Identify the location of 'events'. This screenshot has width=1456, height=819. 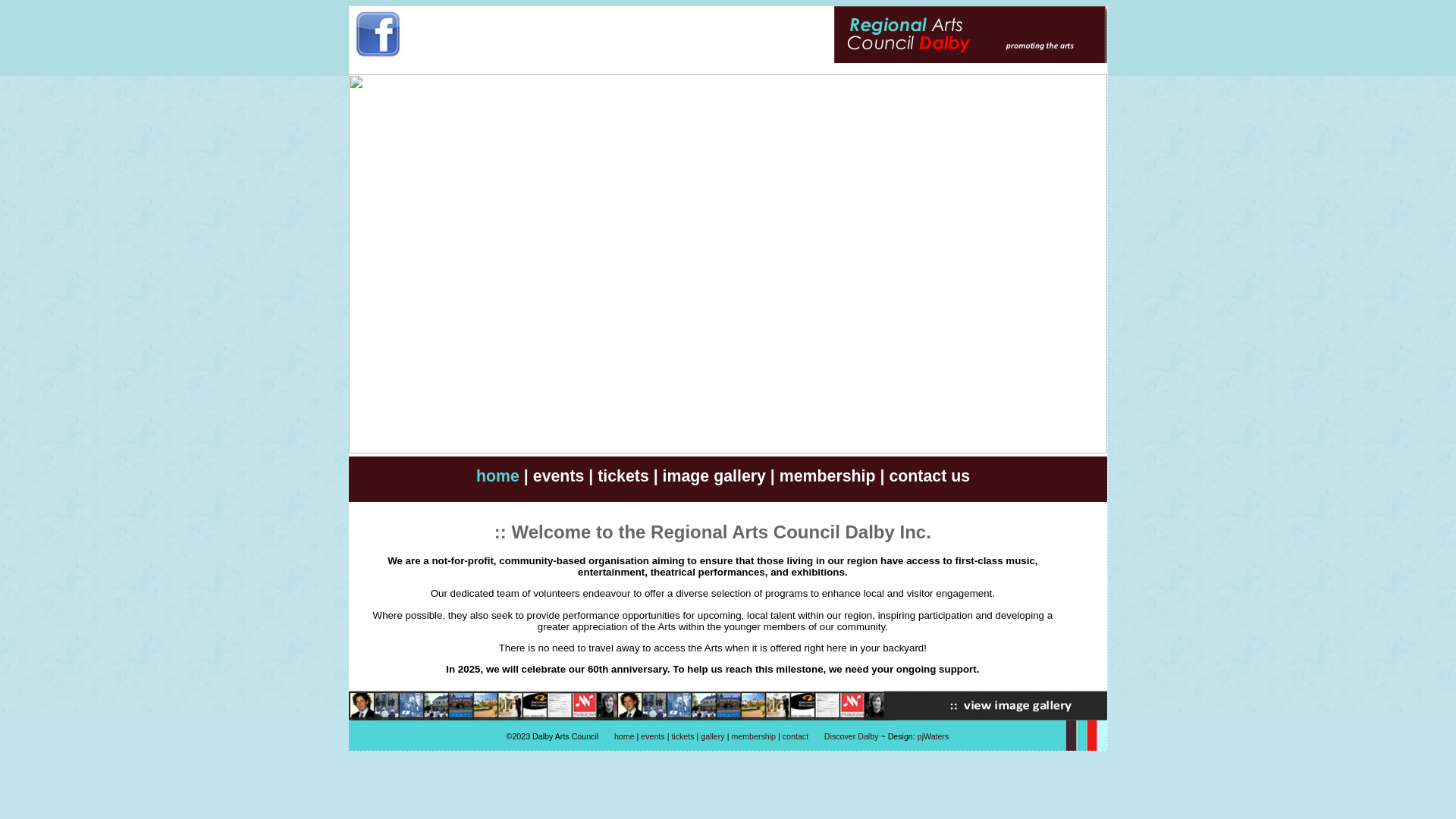
(558, 475).